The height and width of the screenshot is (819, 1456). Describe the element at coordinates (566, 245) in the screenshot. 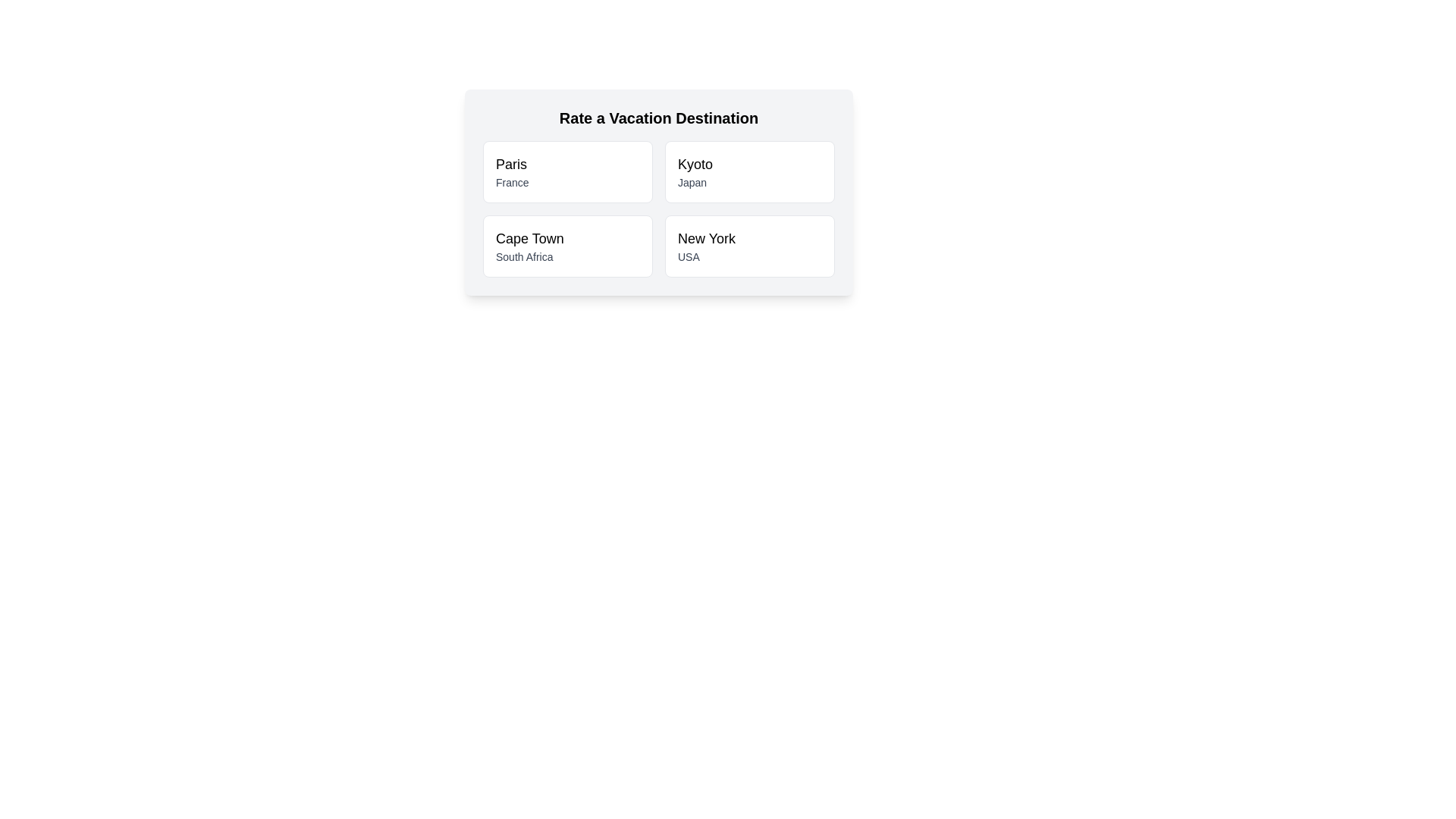

I see `on the interactive card for 'Cape Town', which features the city name in bold and the country name in grey` at that location.